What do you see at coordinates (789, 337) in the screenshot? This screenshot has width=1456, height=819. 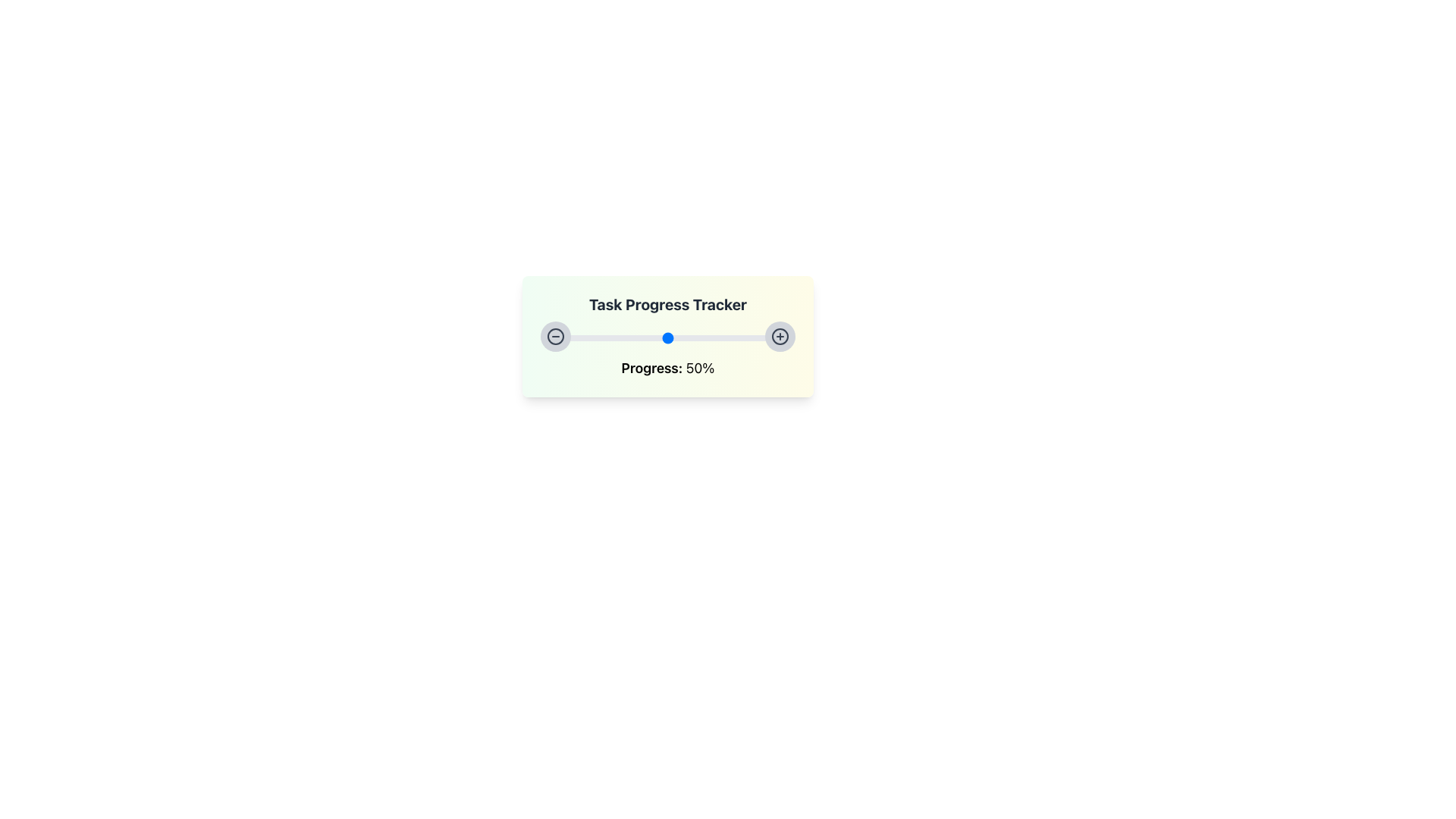 I see `the slider` at bounding box center [789, 337].